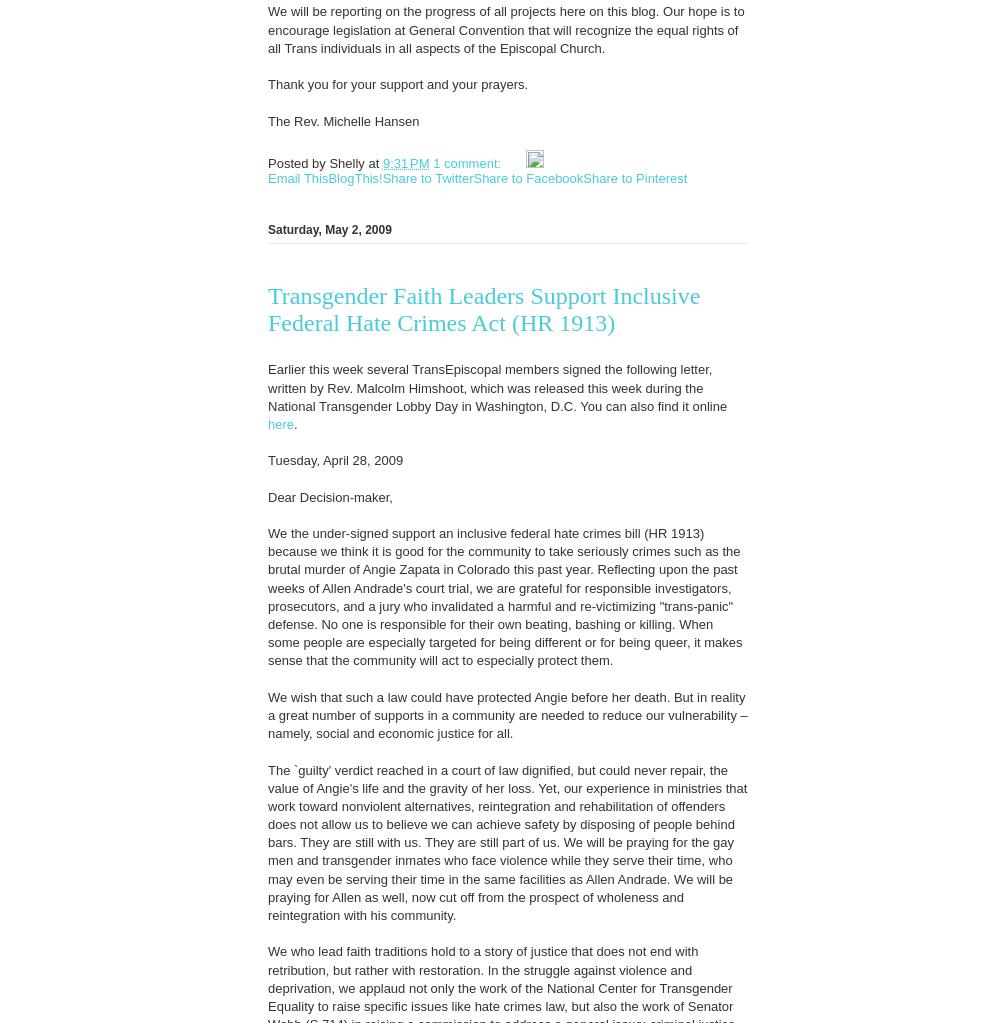  Describe the element at coordinates (397, 84) in the screenshot. I see `'Thank you for your support and your prayers.'` at that location.